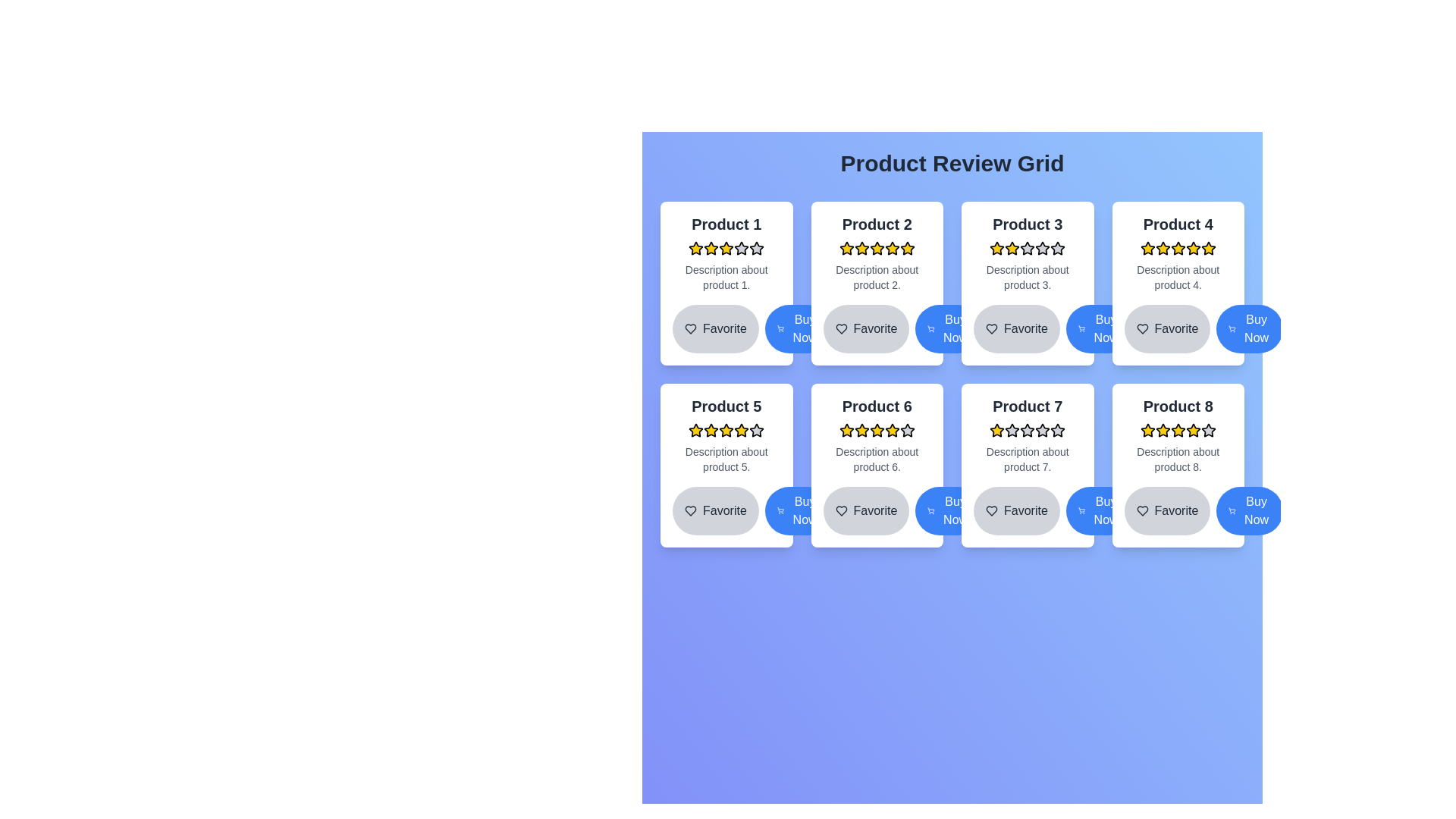 This screenshot has width=1456, height=819. I want to click on the yellow star-shaped icon in the rating system for Product 8, located in the second row and fourth column, so click(1192, 430).